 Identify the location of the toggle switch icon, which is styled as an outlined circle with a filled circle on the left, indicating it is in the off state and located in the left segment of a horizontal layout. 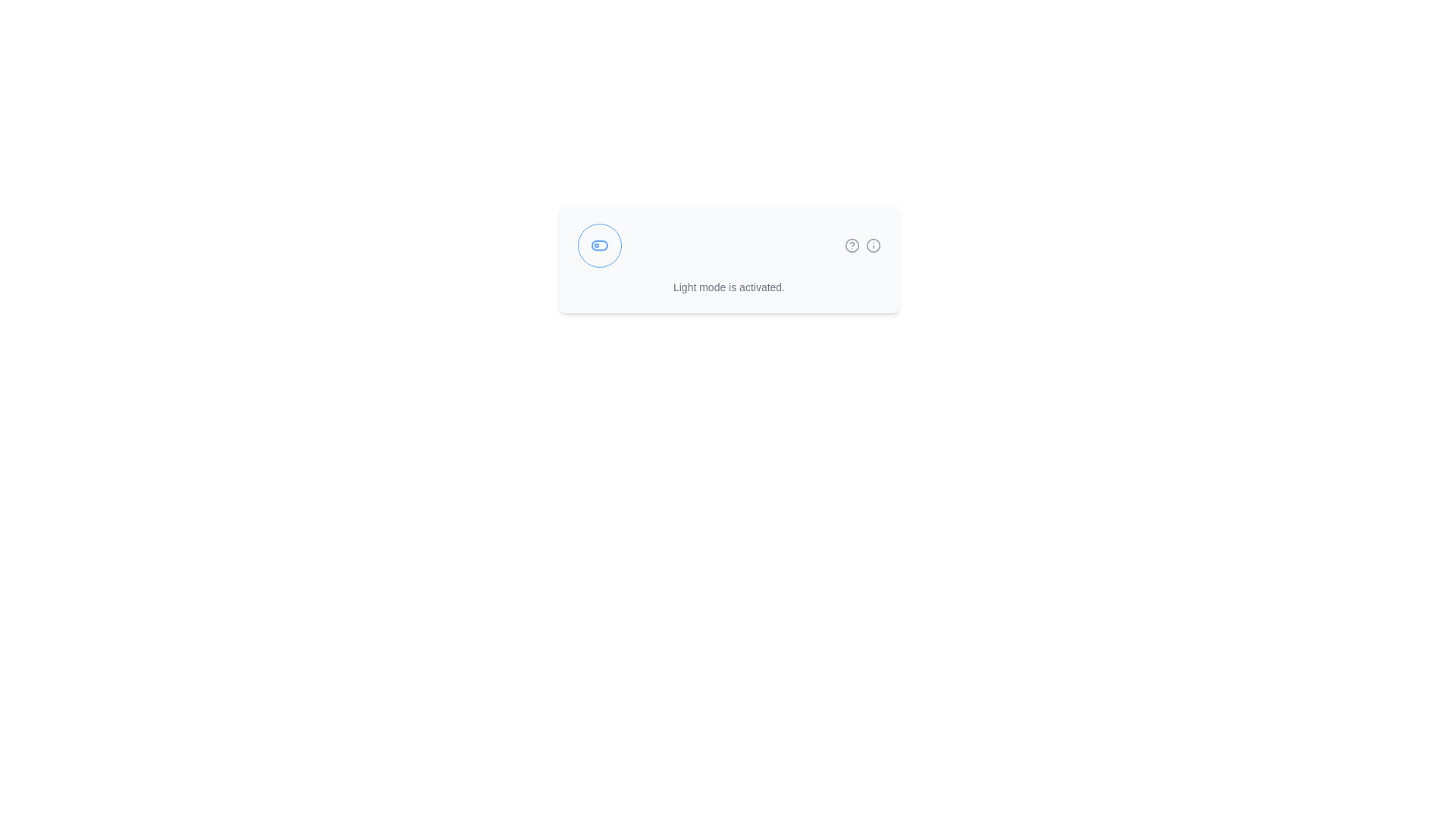
(598, 245).